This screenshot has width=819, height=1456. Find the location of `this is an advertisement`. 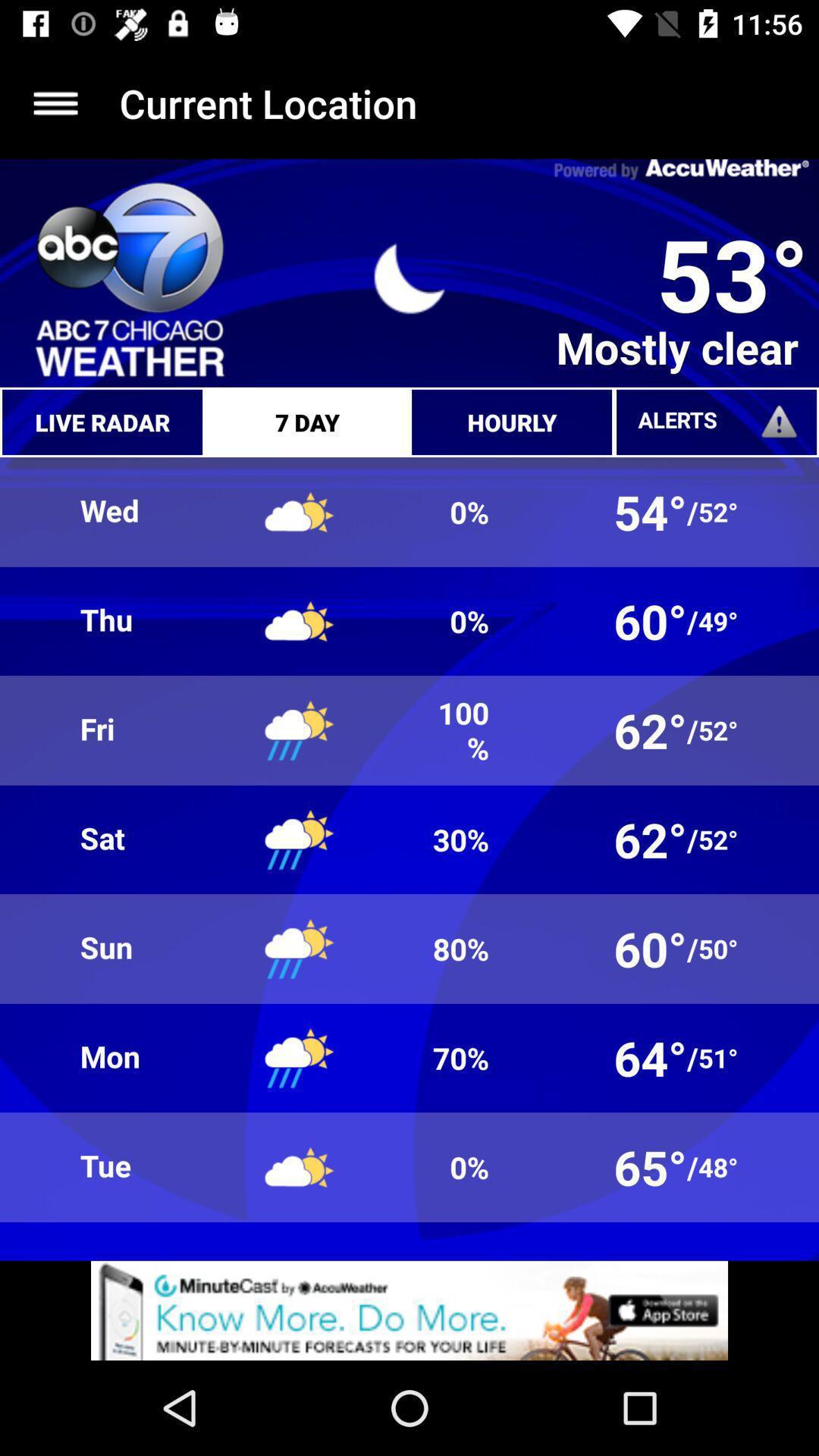

this is an advertisement is located at coordinates (409, 1310).